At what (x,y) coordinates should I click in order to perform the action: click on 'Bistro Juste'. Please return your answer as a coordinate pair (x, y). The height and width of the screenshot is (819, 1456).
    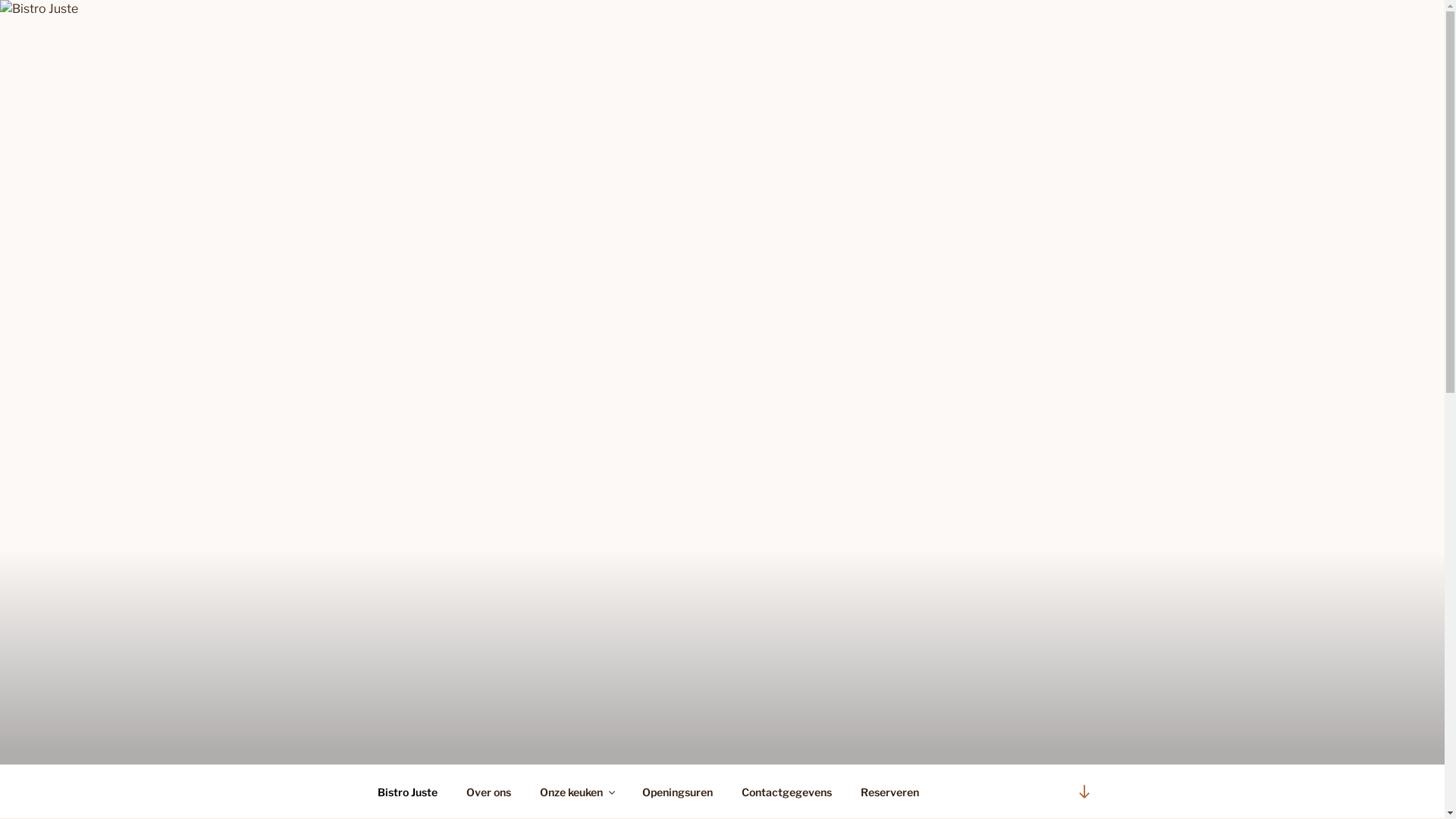
    Looking at the image, I should click on (364, 791).